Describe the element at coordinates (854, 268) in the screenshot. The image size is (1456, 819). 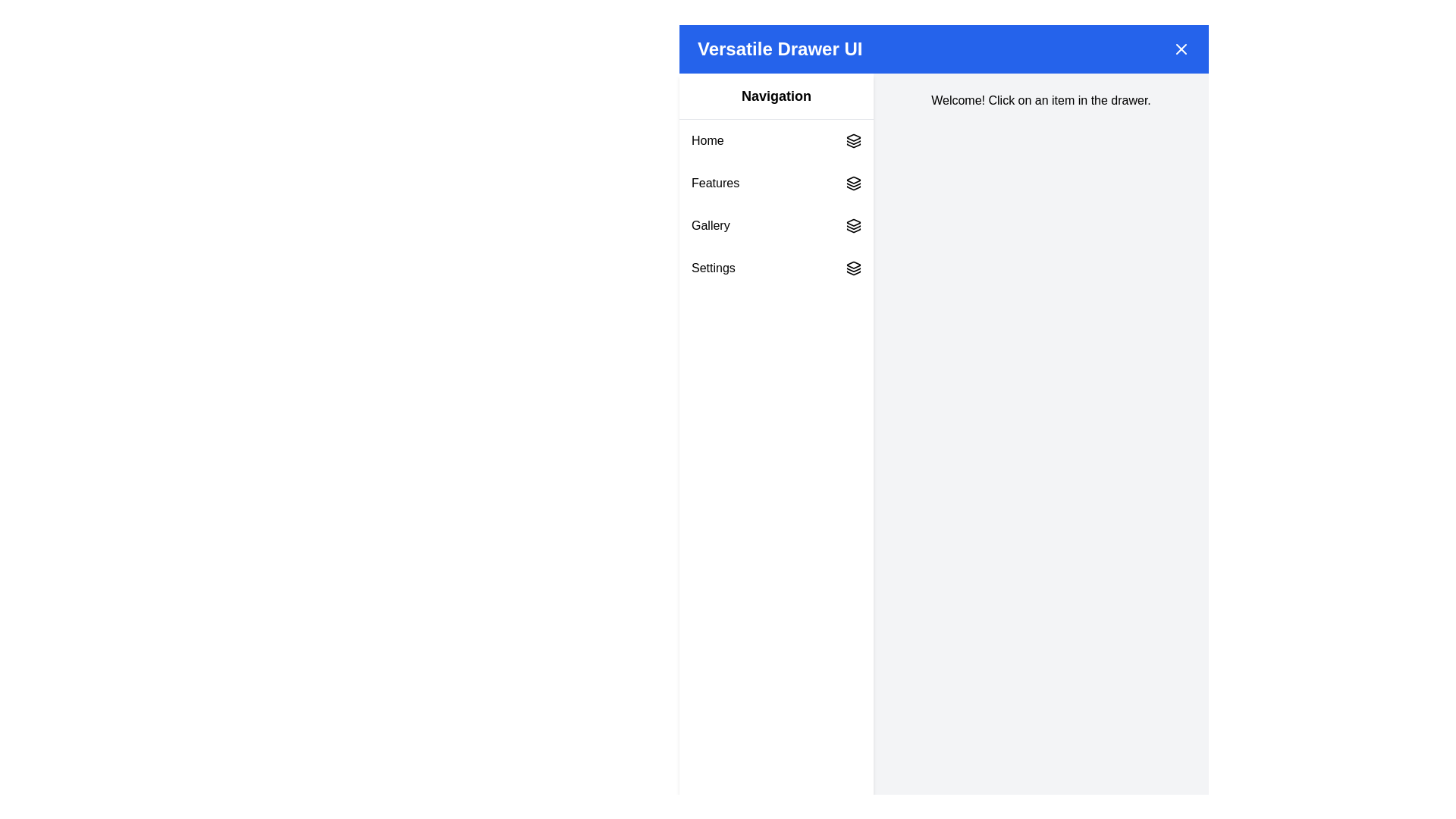
I see `the Settings icon in the navigation menu, which is visually represented by an icon associated with its text label` at that location.